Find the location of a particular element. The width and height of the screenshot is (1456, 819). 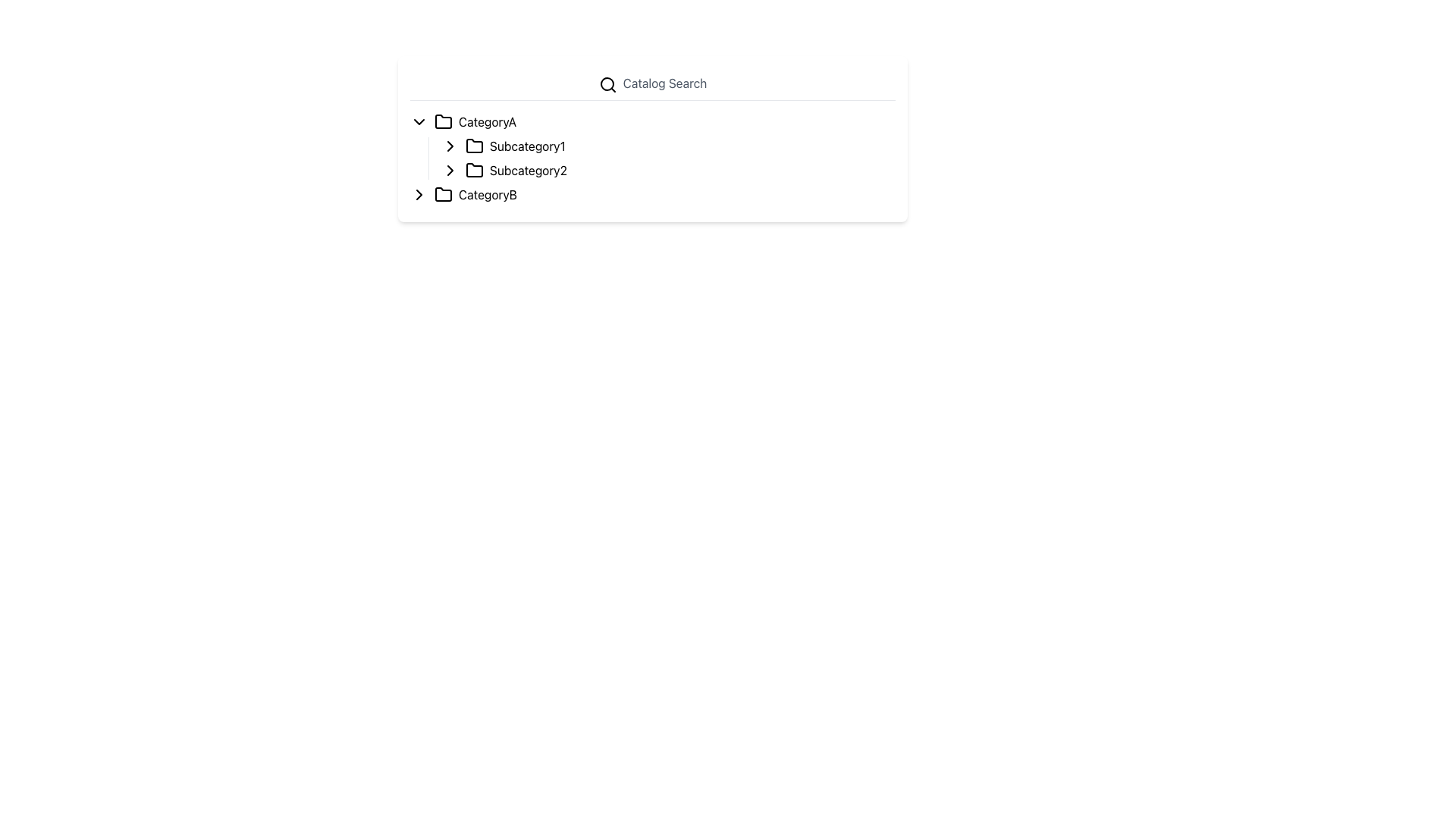

the right-pointing chevron icon next to the text 'Subcategory2' is located at coordinates (450, 169).